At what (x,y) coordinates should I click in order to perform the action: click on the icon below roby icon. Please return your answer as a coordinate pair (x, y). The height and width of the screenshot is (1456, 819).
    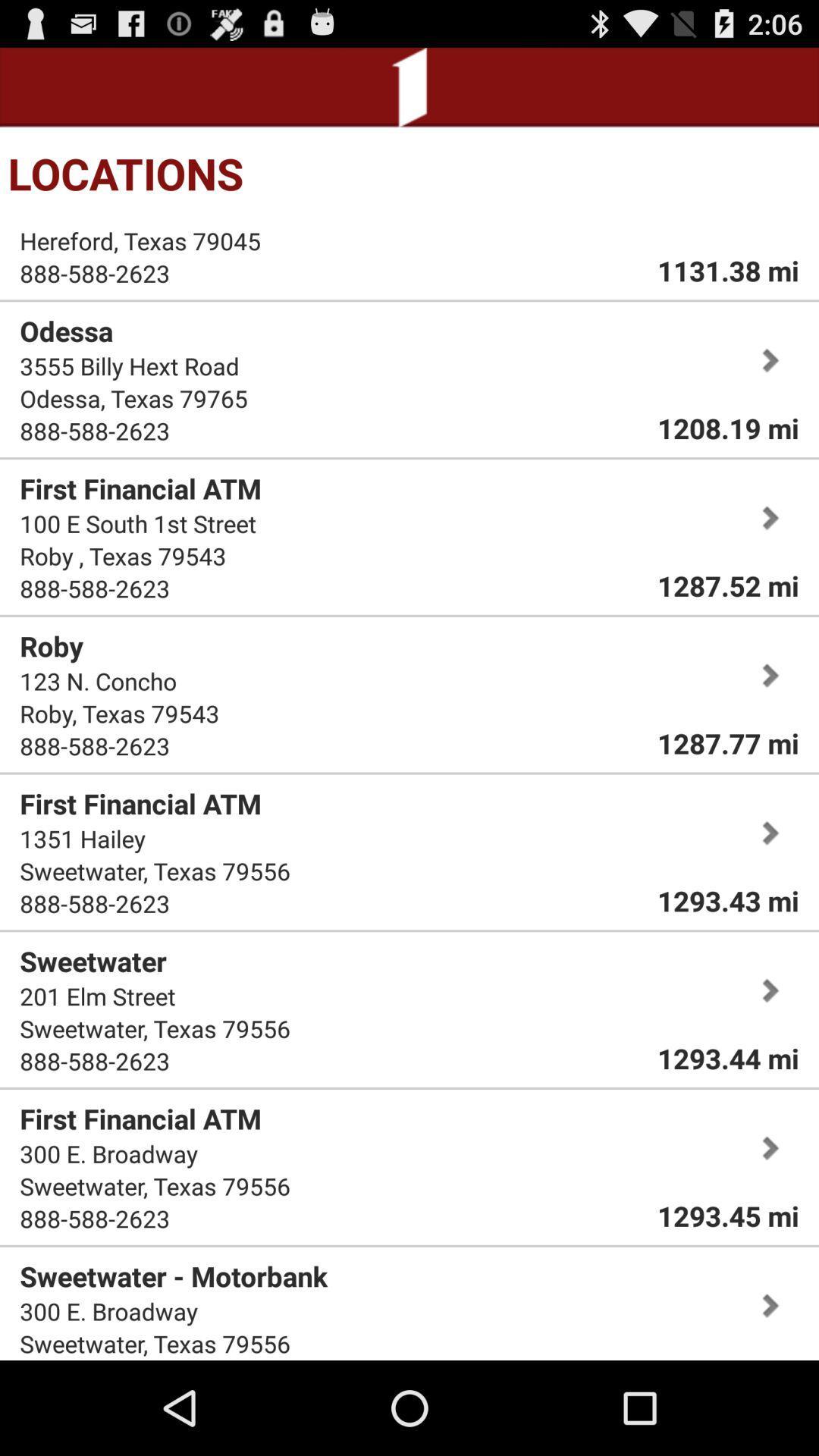
    Looking at the image, I should click on (98, 680).